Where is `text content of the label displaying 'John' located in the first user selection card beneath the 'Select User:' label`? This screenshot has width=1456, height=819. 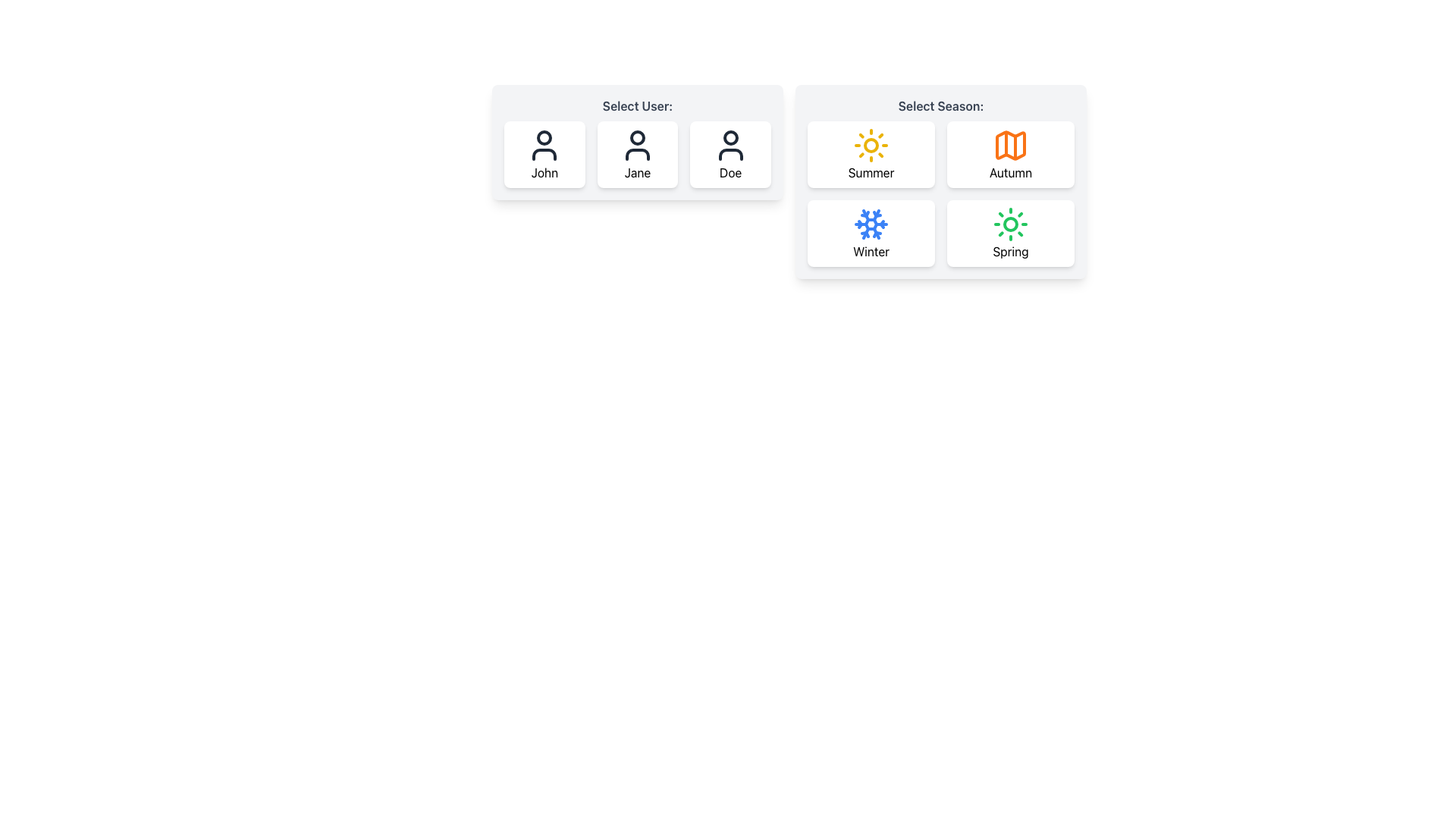
text content of the label displaying 'John' located in the first user selection card beneath the 'Select User:' label is located at coordinates (544, 171).